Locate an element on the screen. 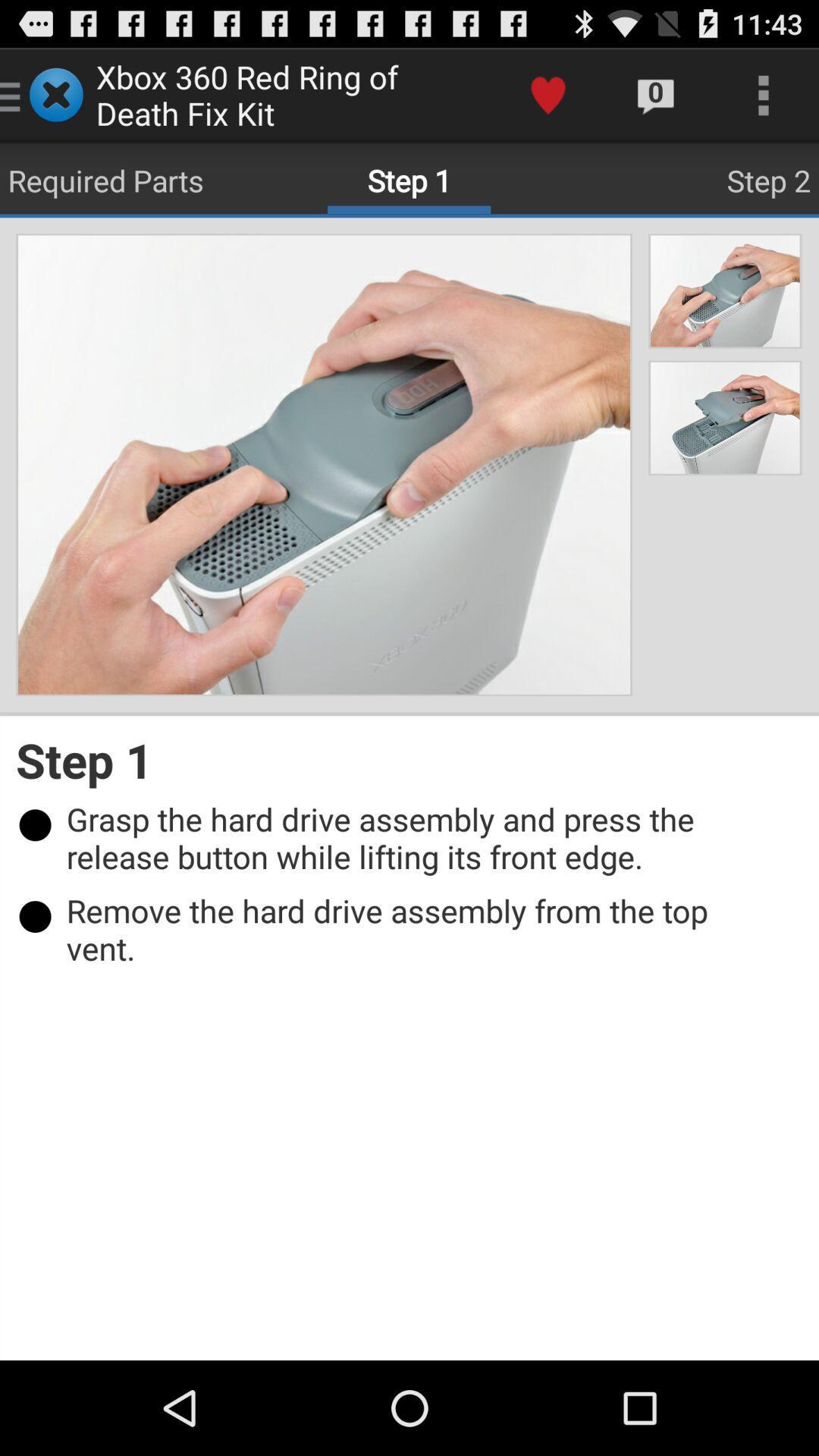 Image resolution: width=819 pixels, height=1456 pixels. the icon to the right of the xbox 360 red icon is located at coordinates (548, 94).